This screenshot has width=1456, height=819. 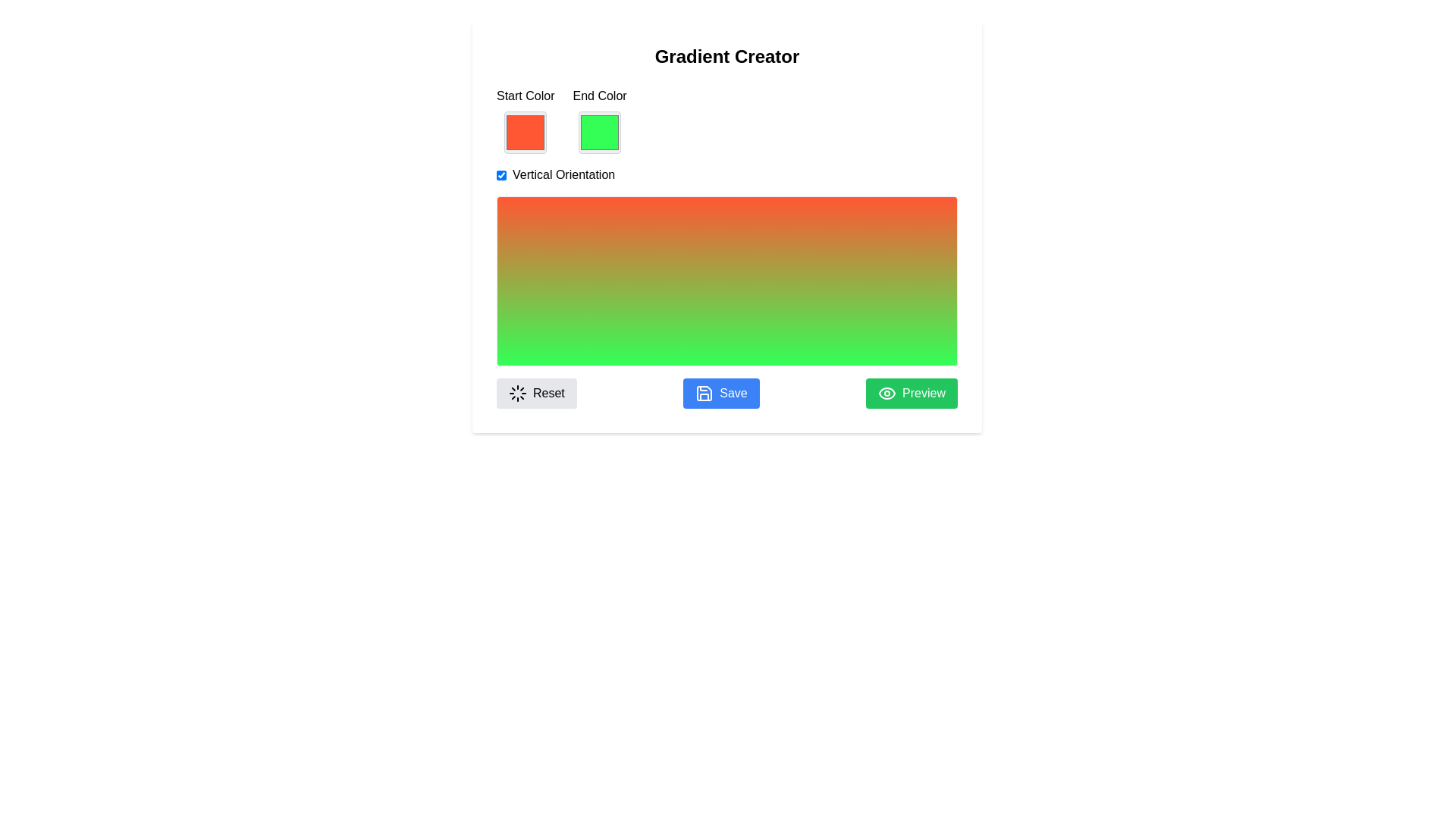 What do you see at coordinates (599, 96) in the screenshot?
I see `the 'End Color' text label, which is displayed in bold font and positioned above the end color box` at bounding box center [599, 96].